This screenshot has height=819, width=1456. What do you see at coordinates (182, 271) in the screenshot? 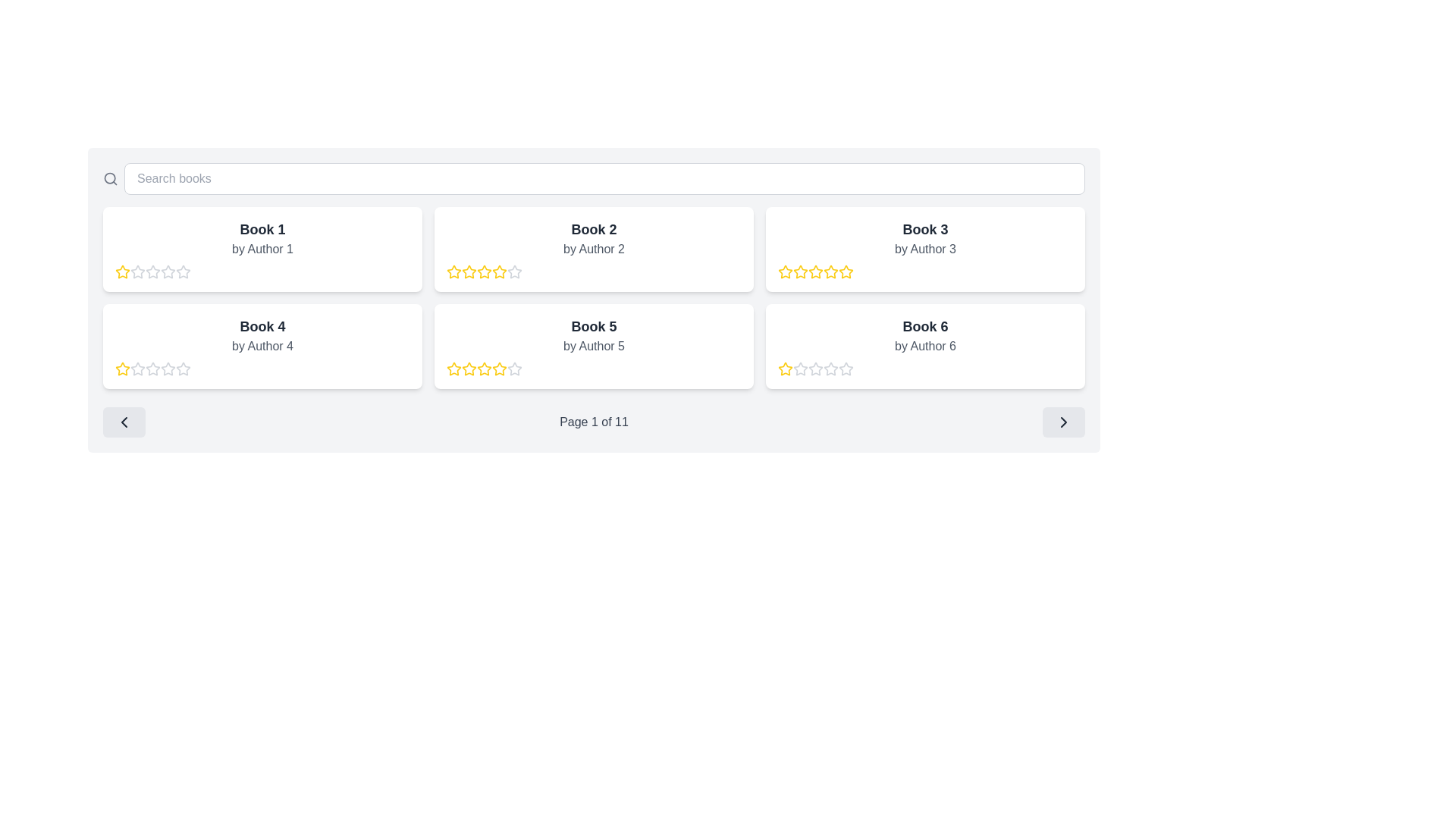
I see `the second star icon representing the second level of a rating system for 'Book 1'` at bounding box center [182, 271].